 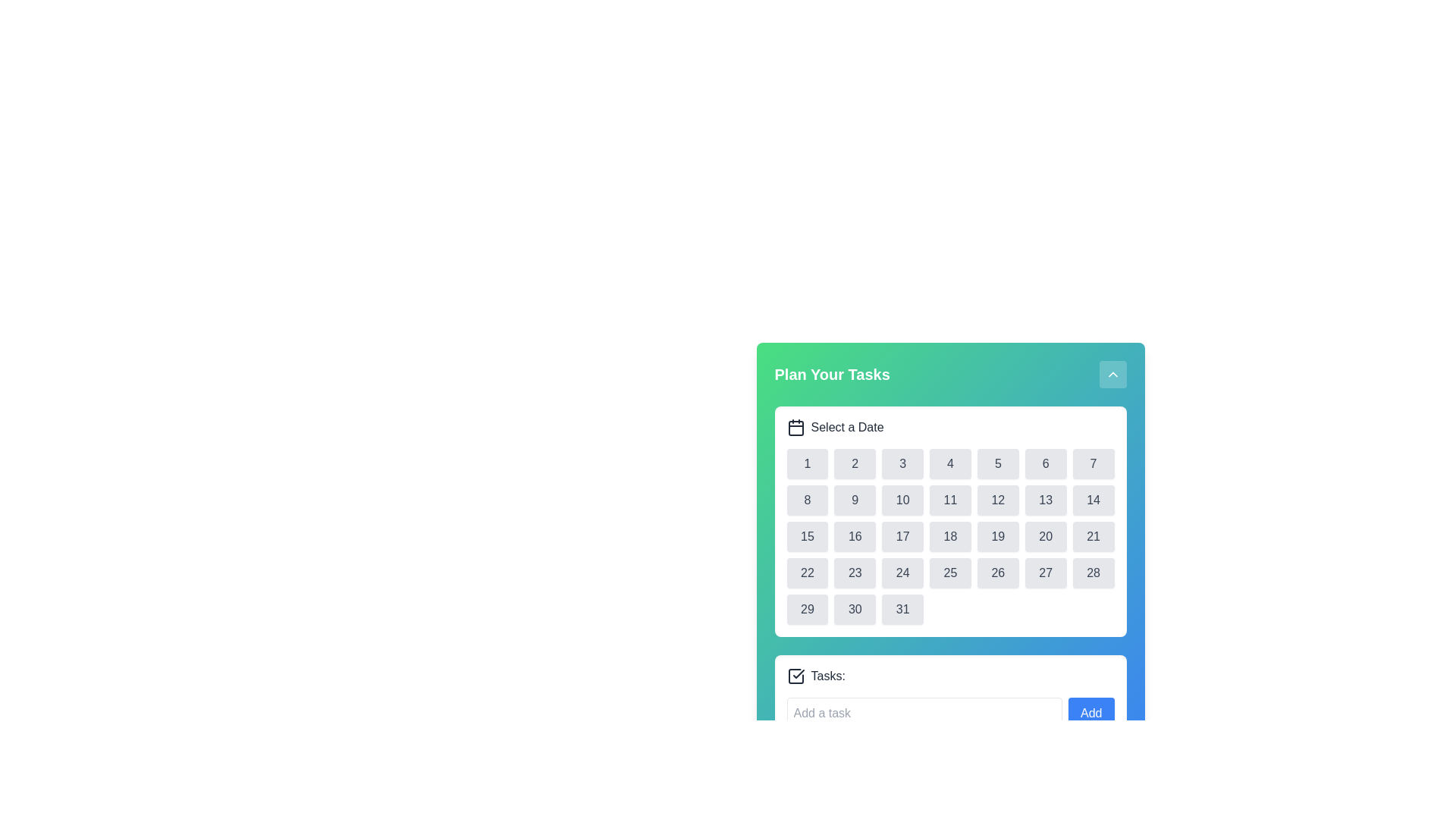 What do you see at coordinates (855, 573) in the screenshot?
I see `the button labeled '23', which is a square grid item with a light grey background and dark grey centered text` at bounding box center [855, 573].